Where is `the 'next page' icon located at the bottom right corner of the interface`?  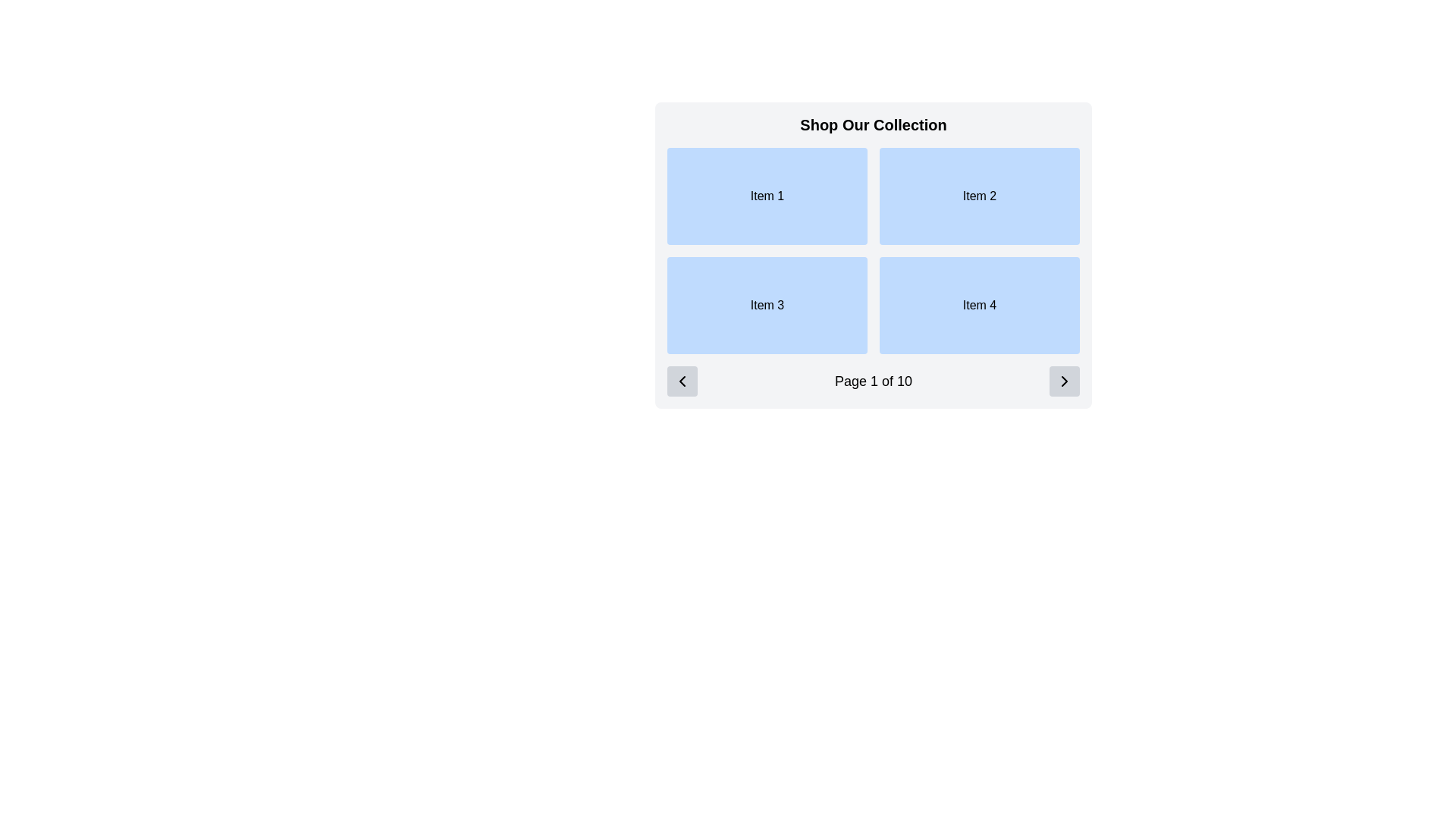
the 'next page' icon located at the bottom right corner of the interface is located at coordinates (1063, 380).